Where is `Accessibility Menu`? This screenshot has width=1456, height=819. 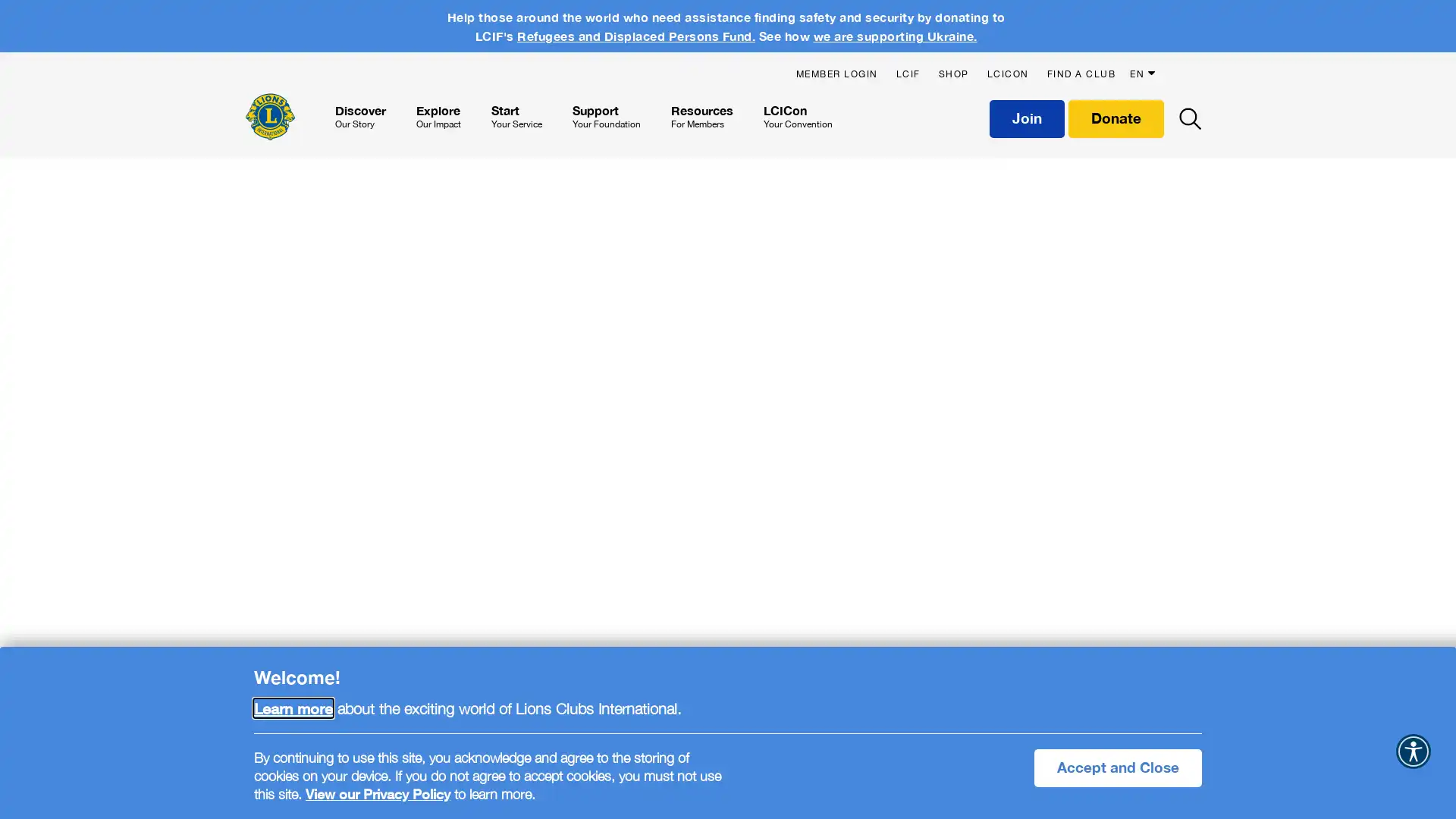
Accessibility Menu is located at coordinates (1412, 752).